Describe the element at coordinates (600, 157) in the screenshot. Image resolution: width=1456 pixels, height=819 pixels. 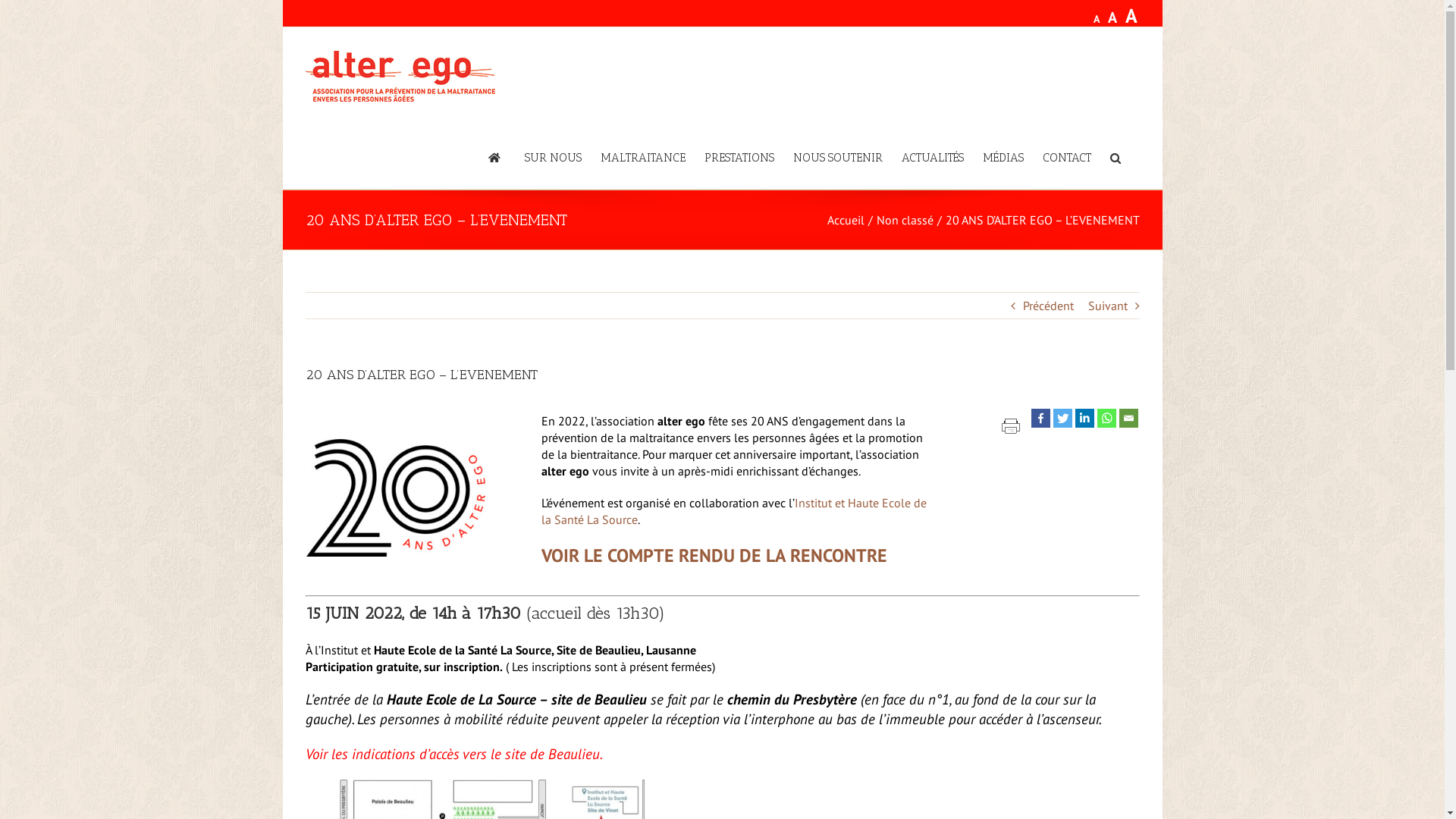
I see `'MALTRAITANCE'` at that location.